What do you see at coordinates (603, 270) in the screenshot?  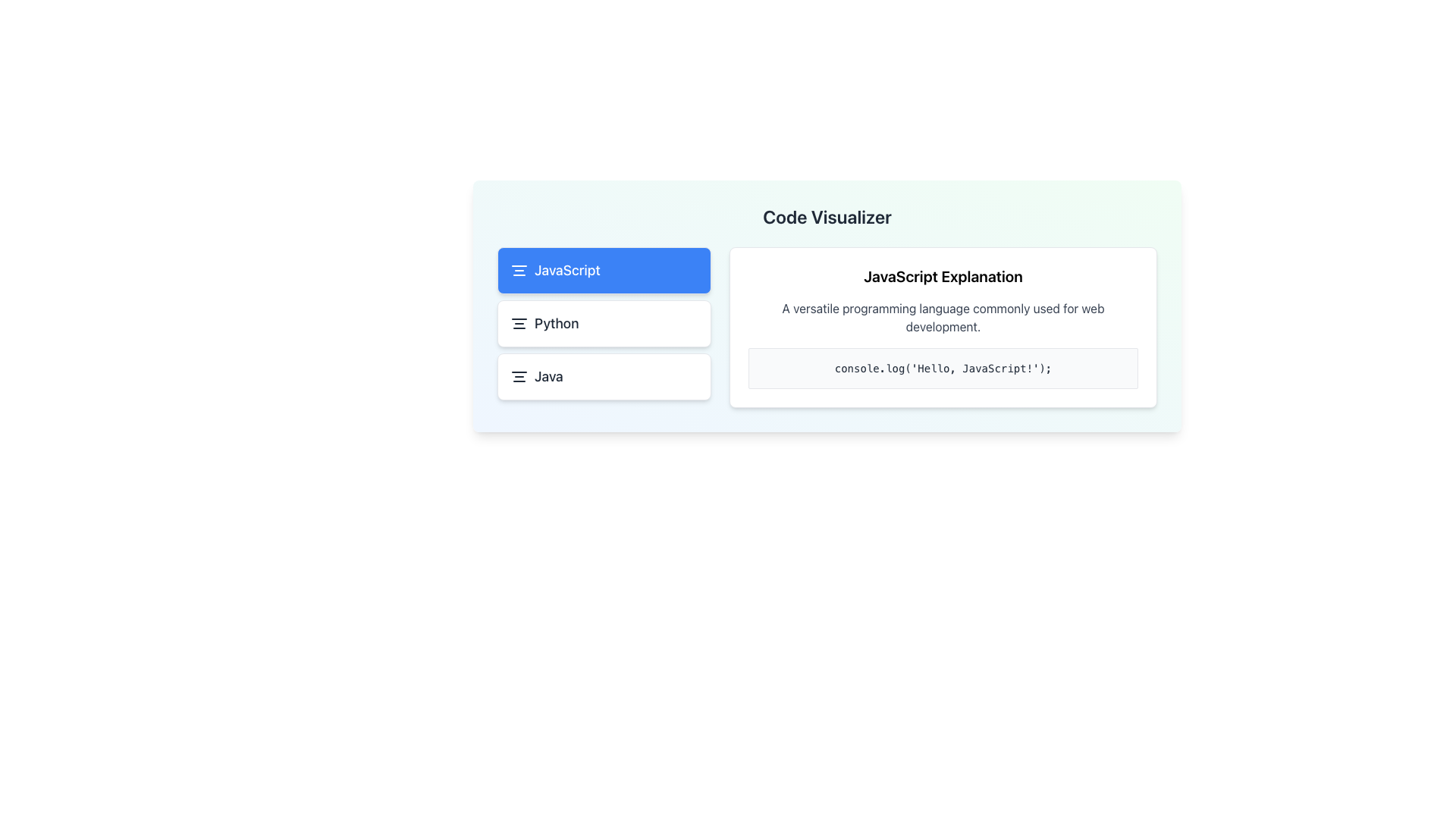 I see `the 'JavaScript' button, which is the first element in a vertically stacked group of three options (JavaScript, Python, Java) in the left panel of the interface` at bounding box center [603, 270].